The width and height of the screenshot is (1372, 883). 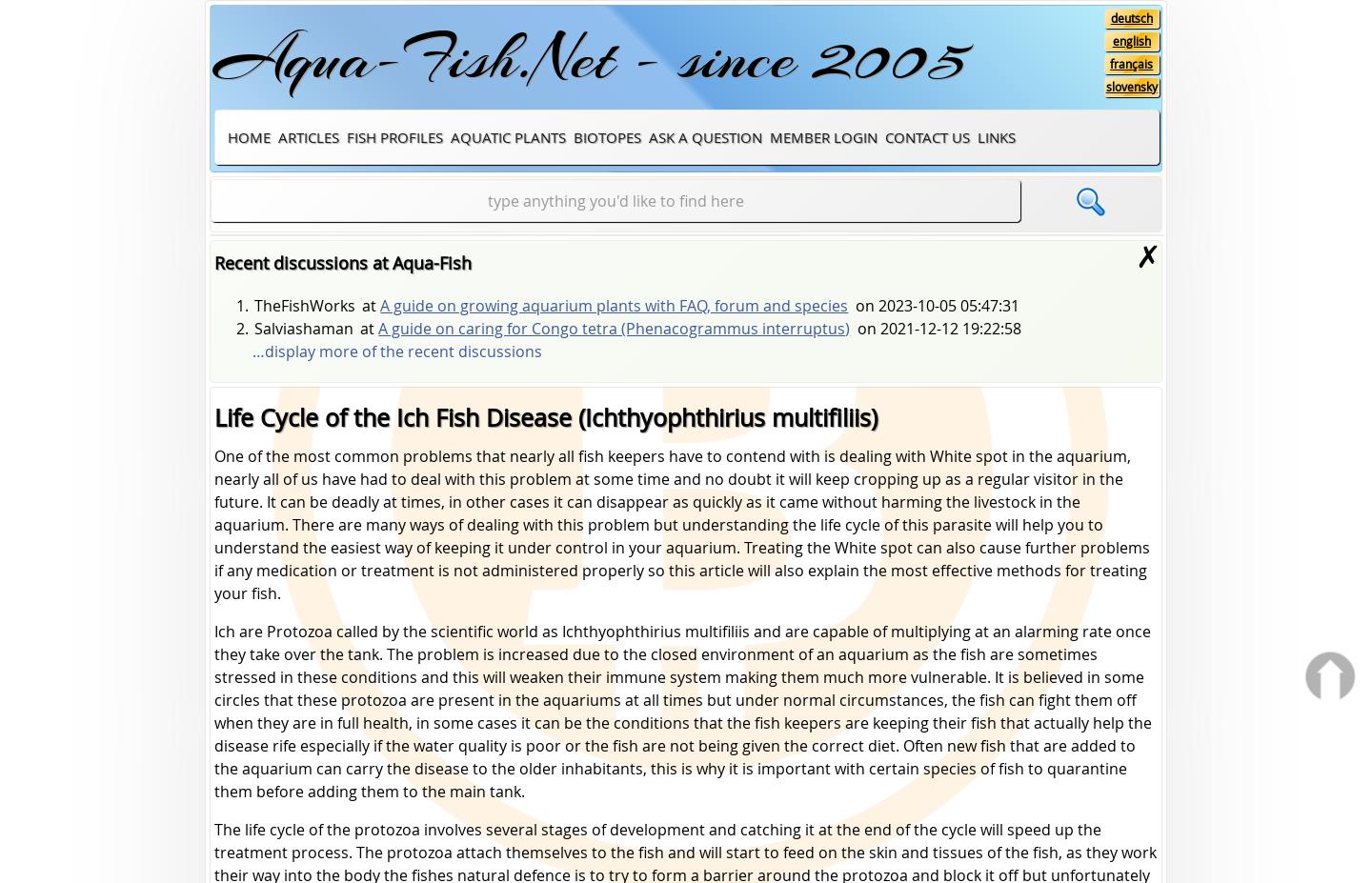 What do you see at coordinates (252, 327) in the screenshot?
I see `'Salviashaman'` at bounding box center [252, 327].